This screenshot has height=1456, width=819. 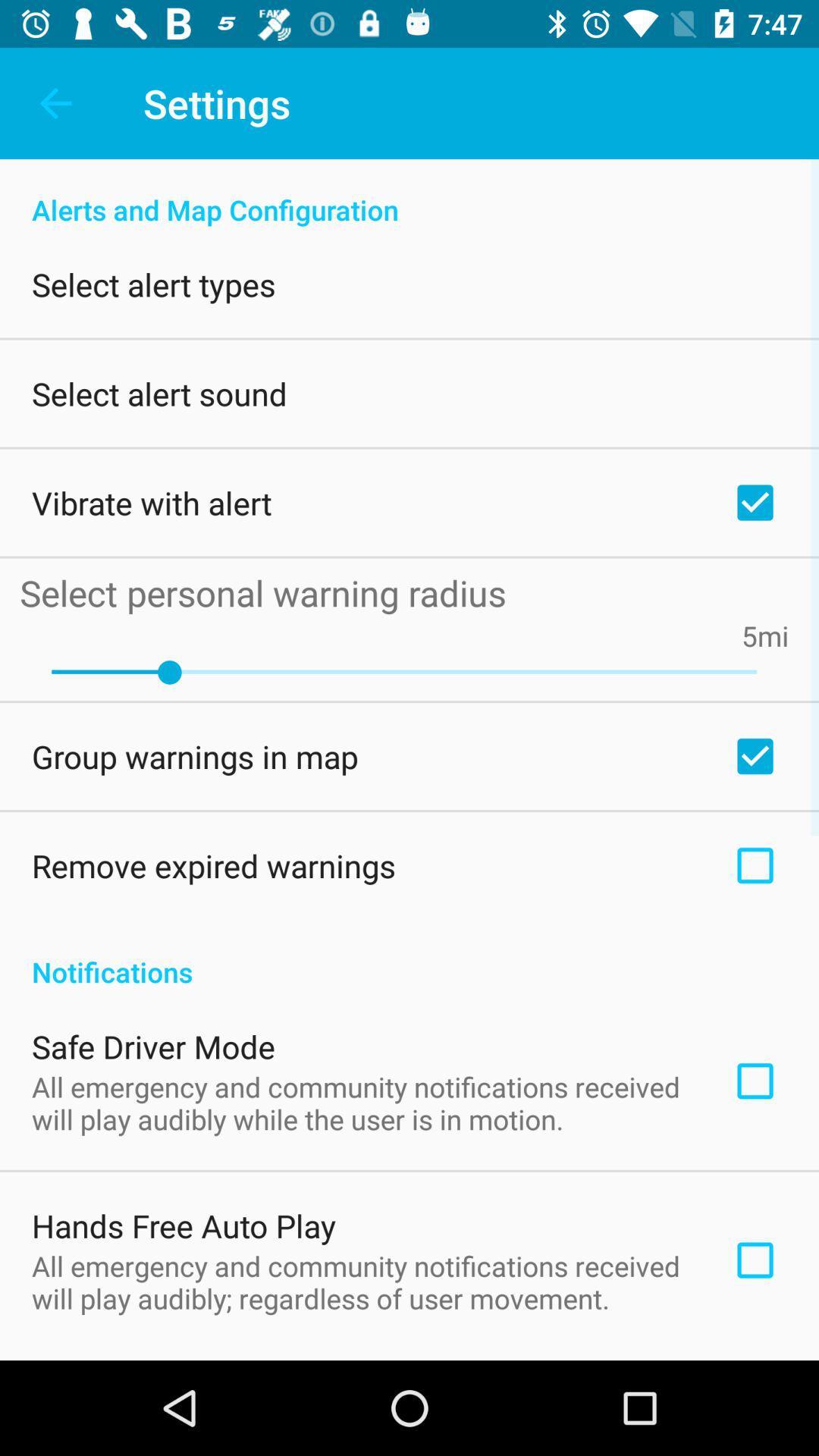 I want to click on the icon to the right of 5 app, so click(x=773, y=635).